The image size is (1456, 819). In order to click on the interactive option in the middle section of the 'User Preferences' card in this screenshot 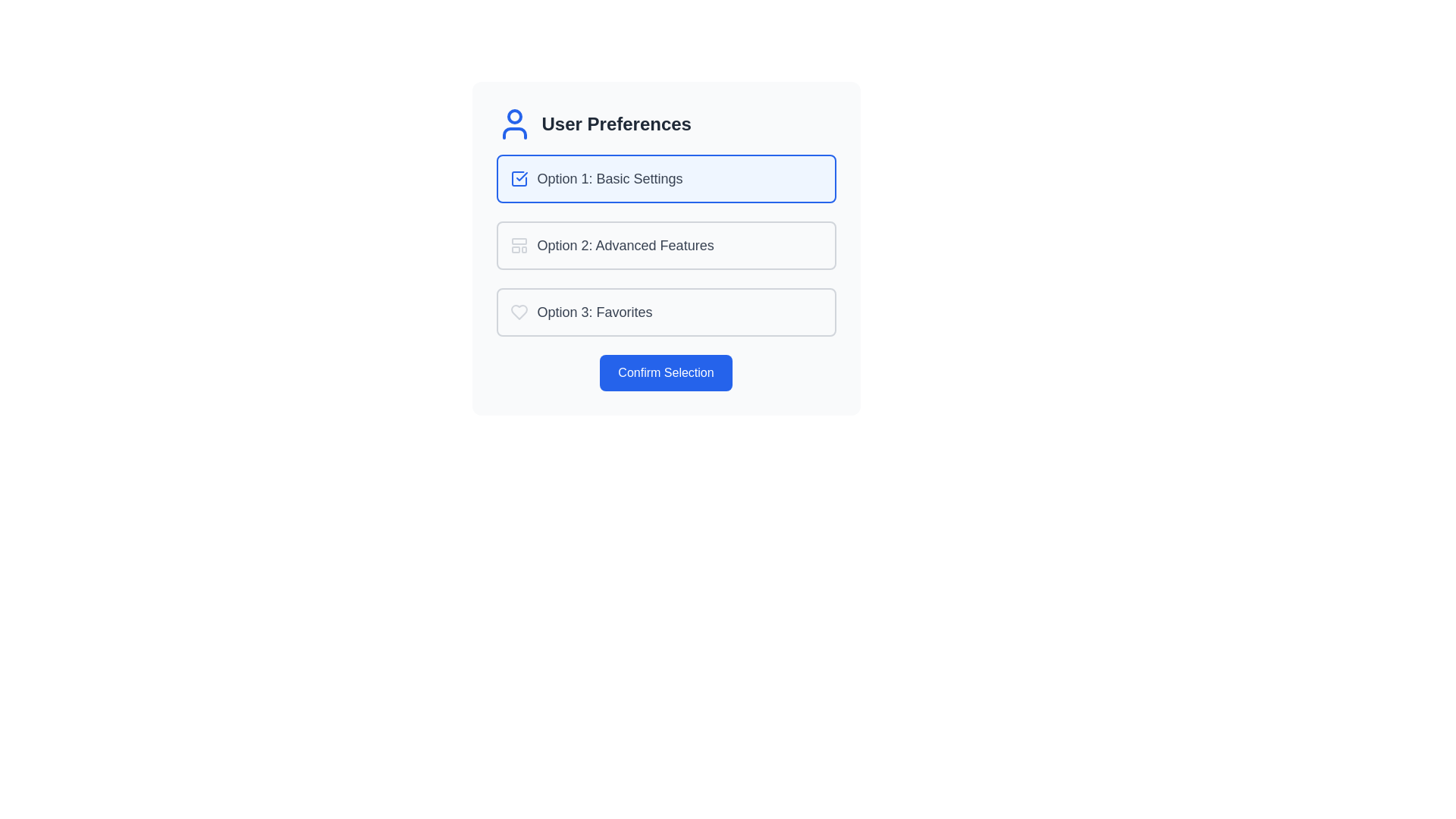, I will do `click(666, 245)`.